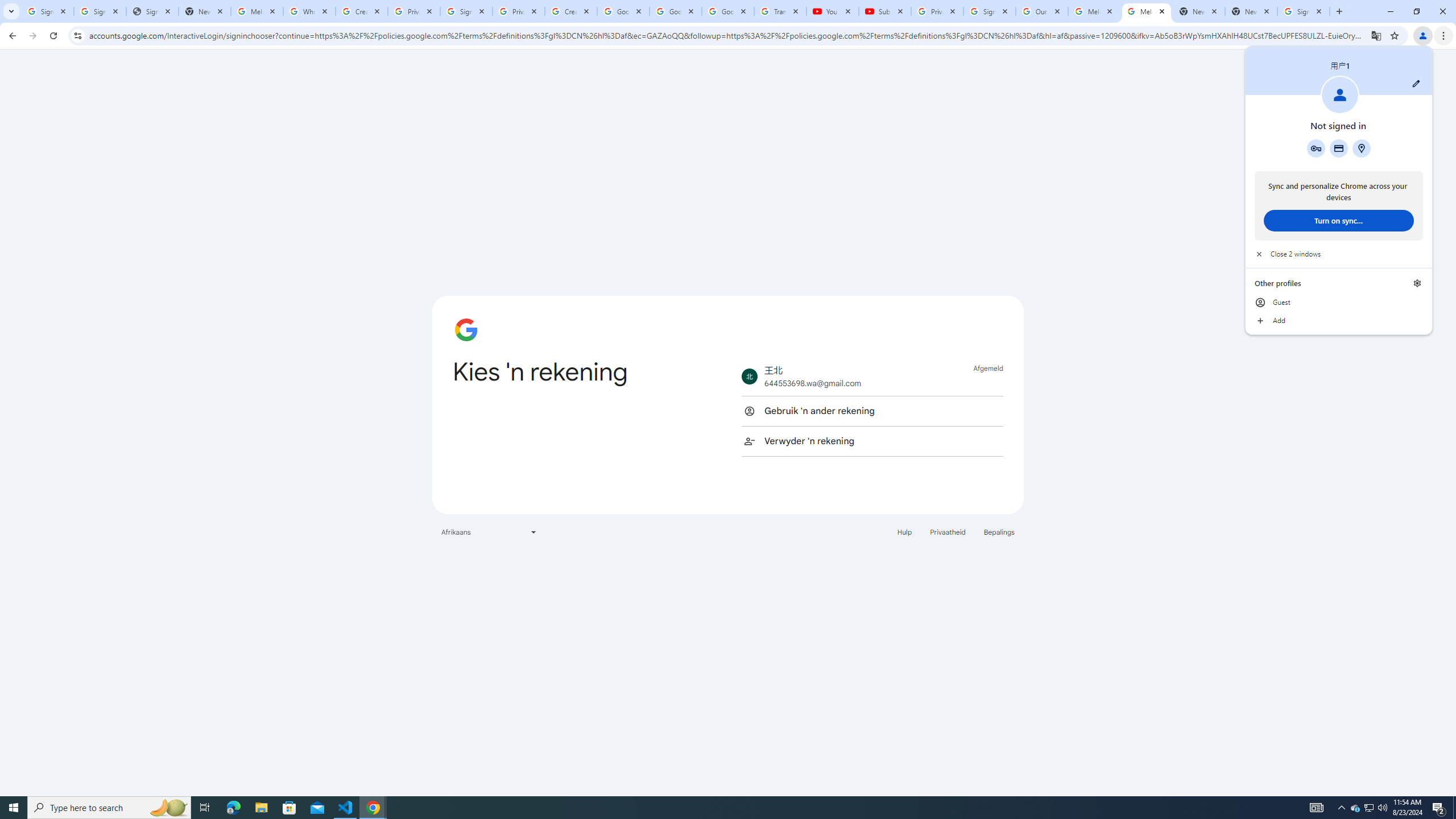  Describe the element at coordinates (260, 806) in the screenshot. I see `'Microsoft Edge'` at that location.